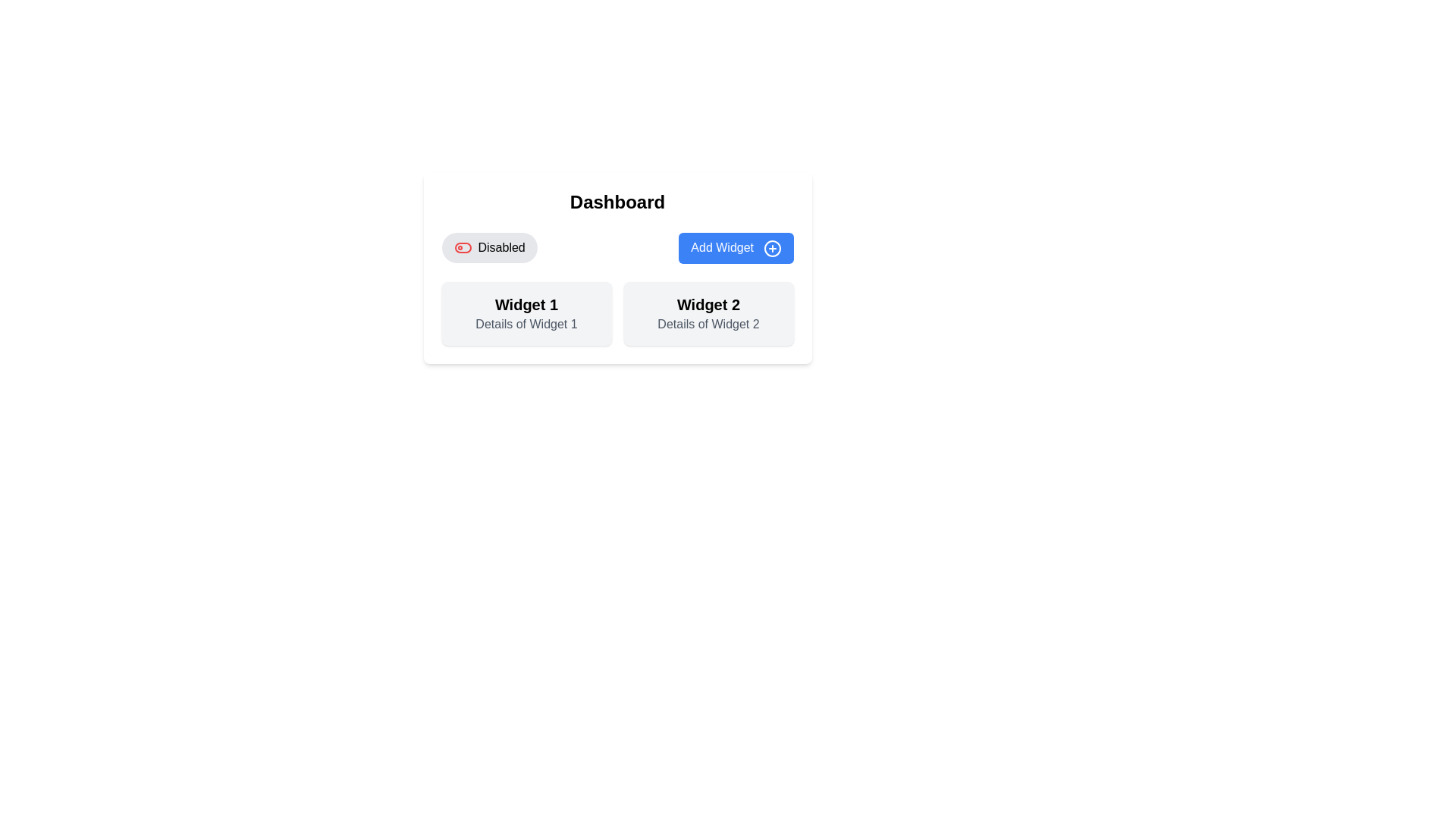 Image resolution: width=1456 pixels, height=819 pixels. Describe the element at coordinates (772, 247) in the screenshot. I see `the circular SVG element that represents a plus sign within the blue 'Add Widget' button` at that location.